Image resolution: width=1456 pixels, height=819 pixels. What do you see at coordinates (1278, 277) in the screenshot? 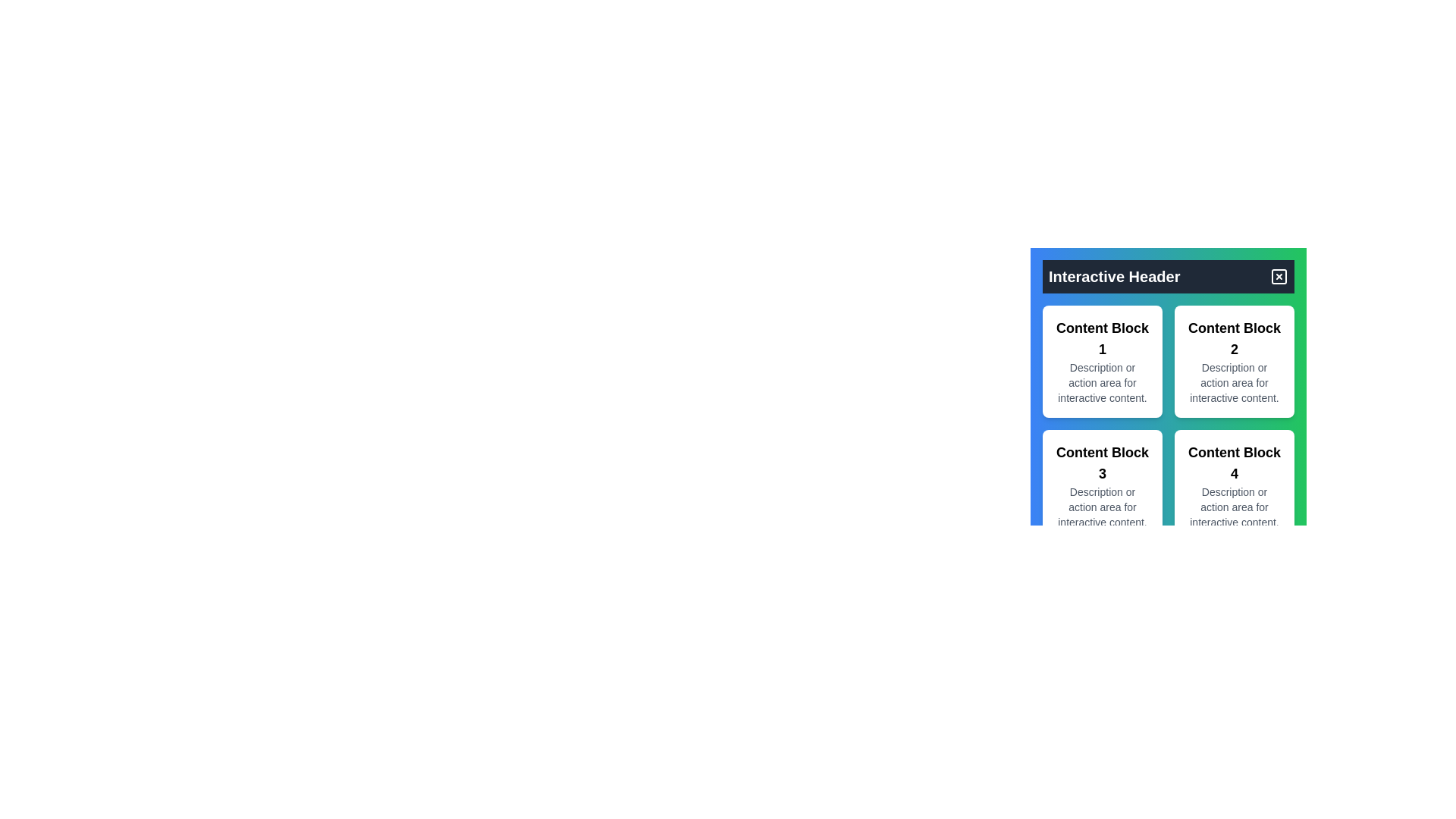
I see `the square button with an 'X' symbol located at the top-right corner of the 'Interactive Header' section` at bounding box center [1278, 277].